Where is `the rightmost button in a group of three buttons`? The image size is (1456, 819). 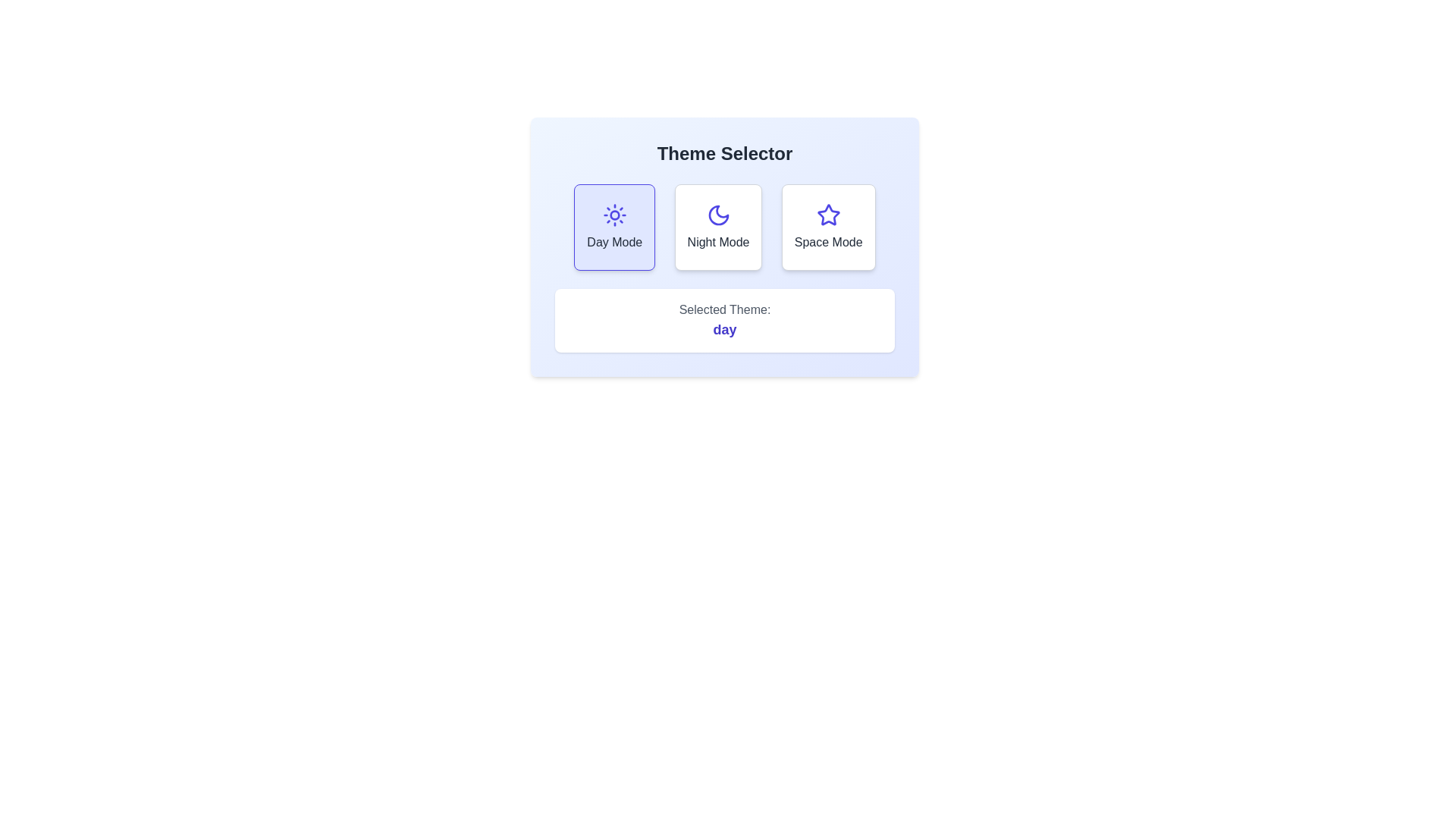 the rightmost button in a group of three buttons is located at coordinates (827, 227).